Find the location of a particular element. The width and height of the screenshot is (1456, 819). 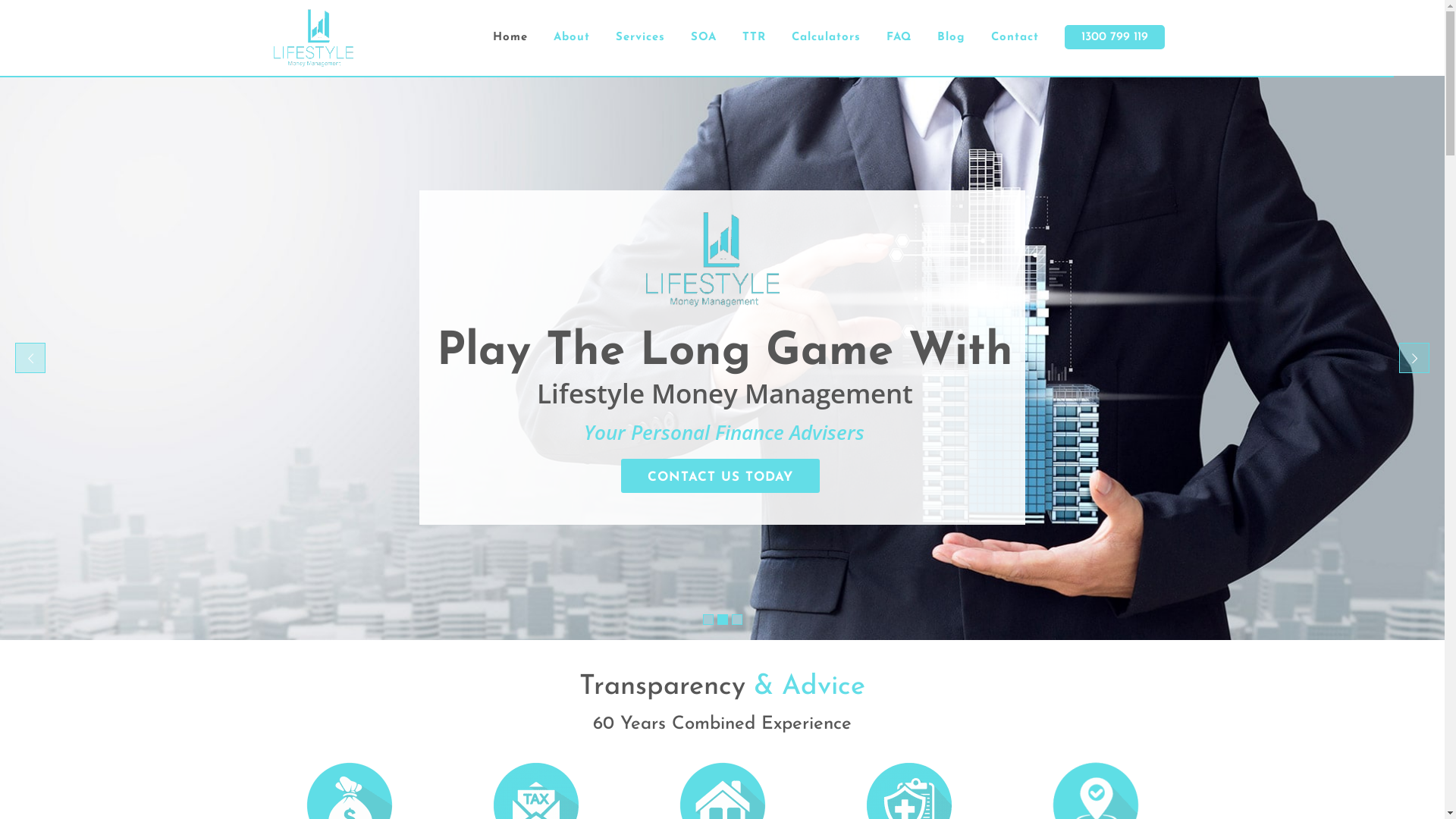

'1300 799 119' is located at coordinates (1114, 36).